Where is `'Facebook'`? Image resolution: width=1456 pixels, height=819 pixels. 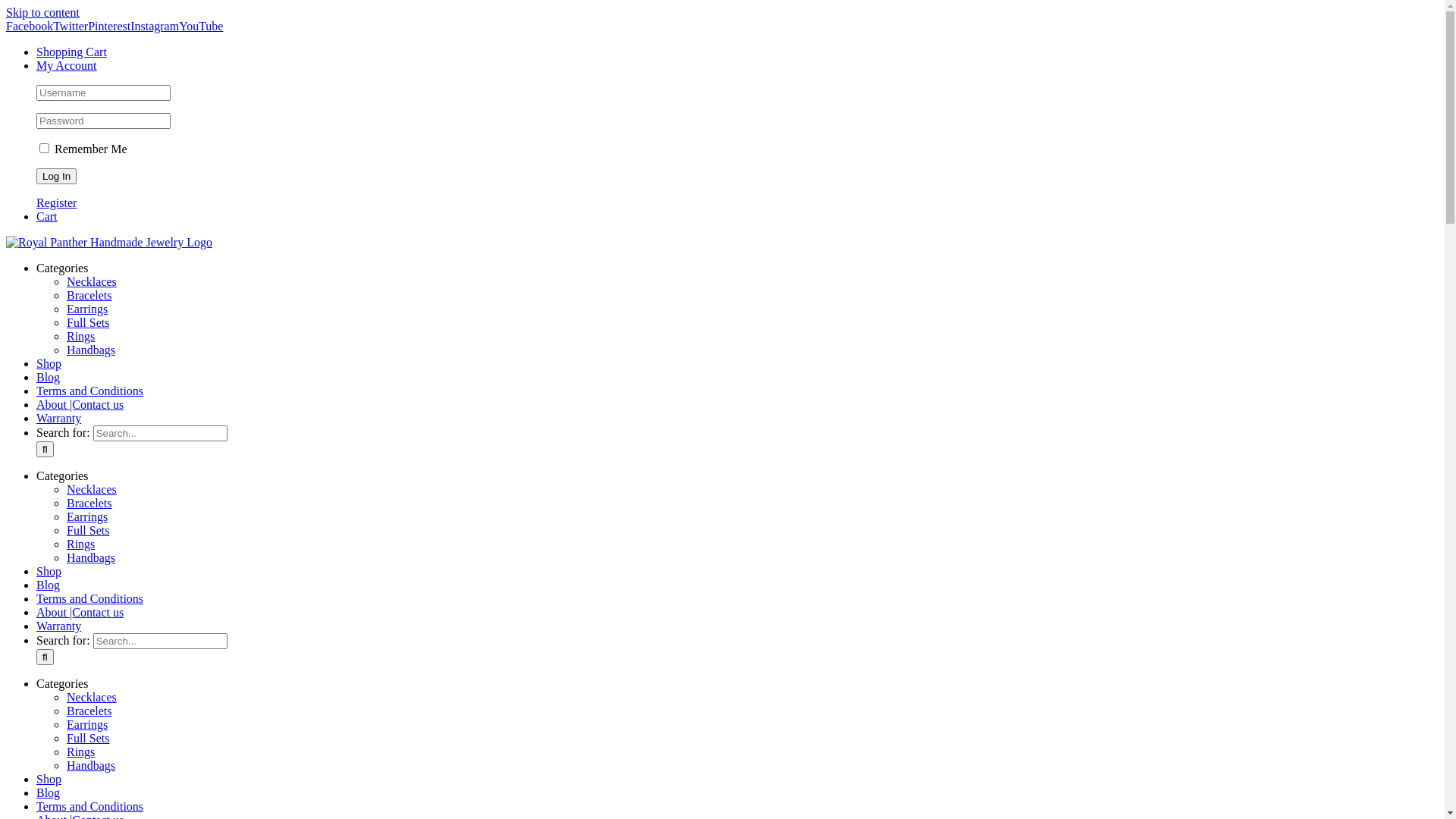 'Facebook' is located at coordinates (29, 26).